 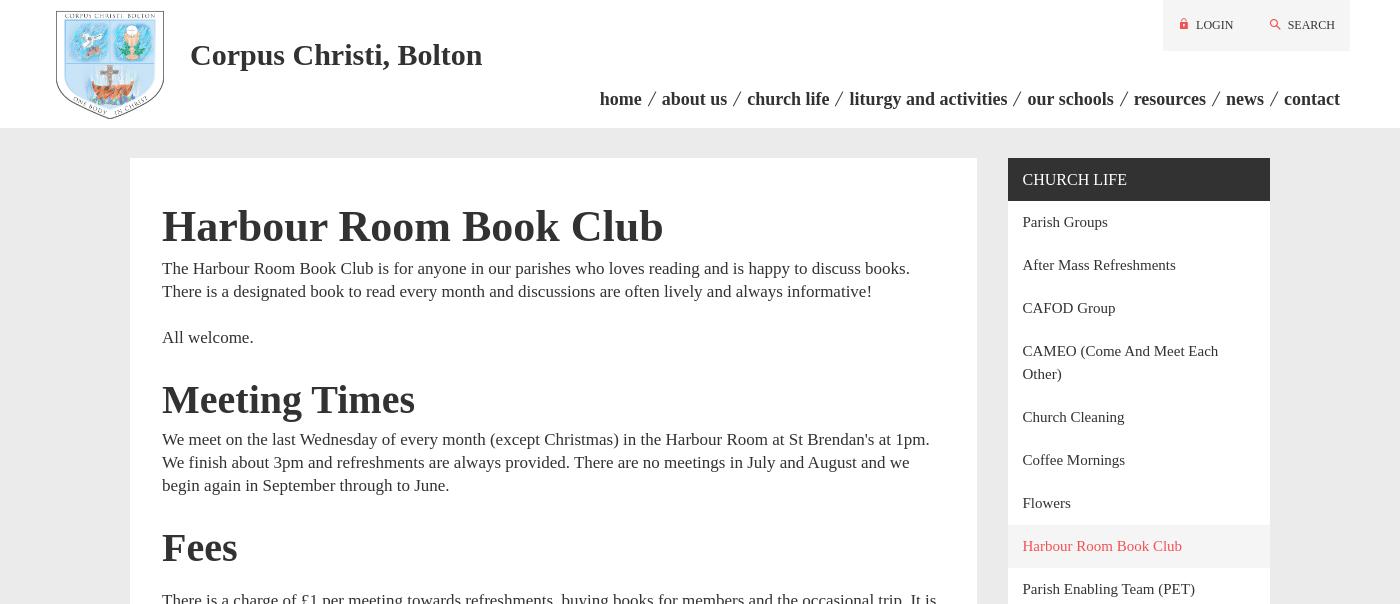 What do you see at coordinates (161, 289) in the screenshot?
I see `'There is a designated book to read every month and discussions are often lively and always informative!'` at bounding box center [161, 289].